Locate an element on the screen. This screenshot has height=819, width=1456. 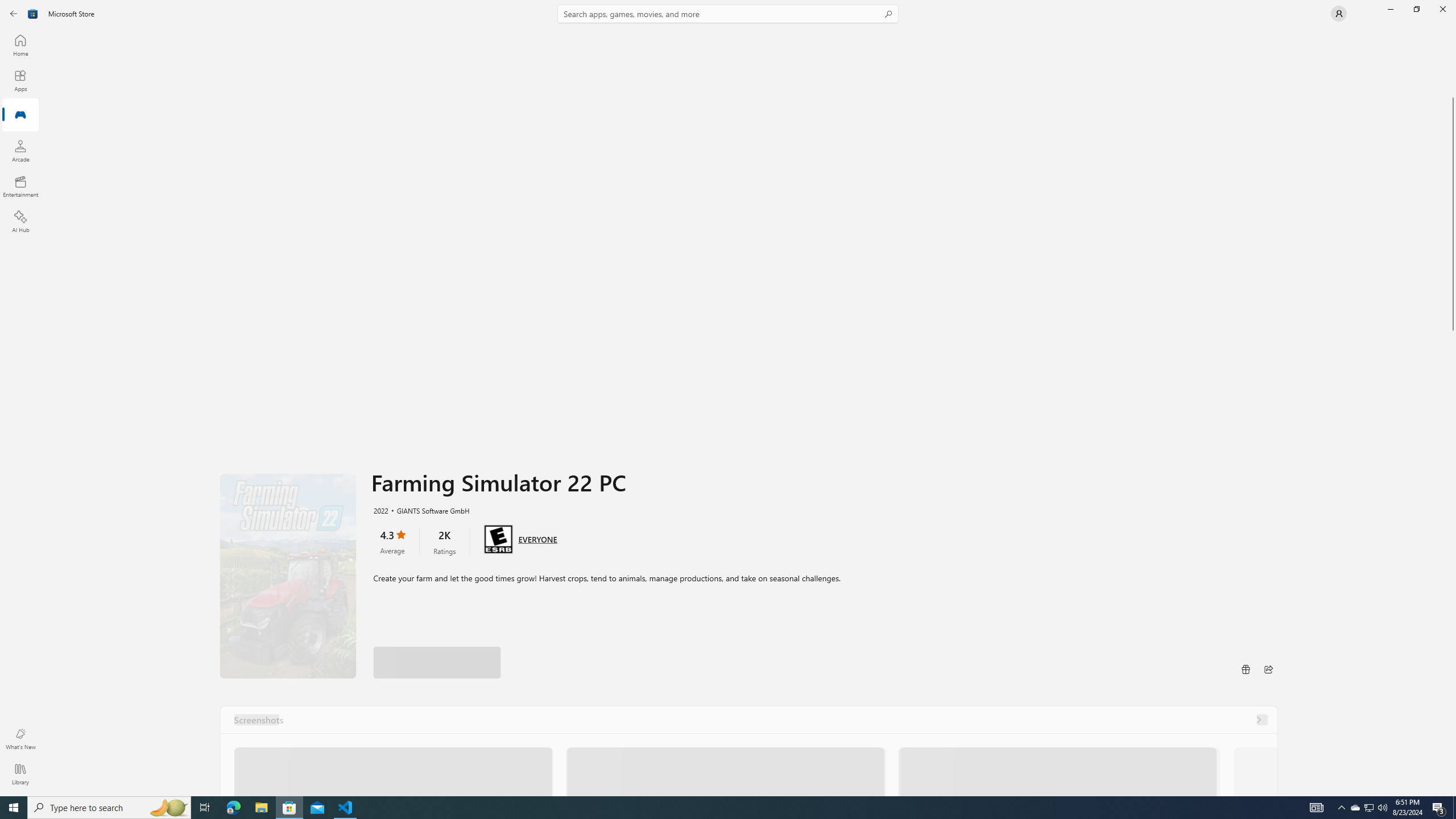
'Share' is located at coordinates (1268, 668).